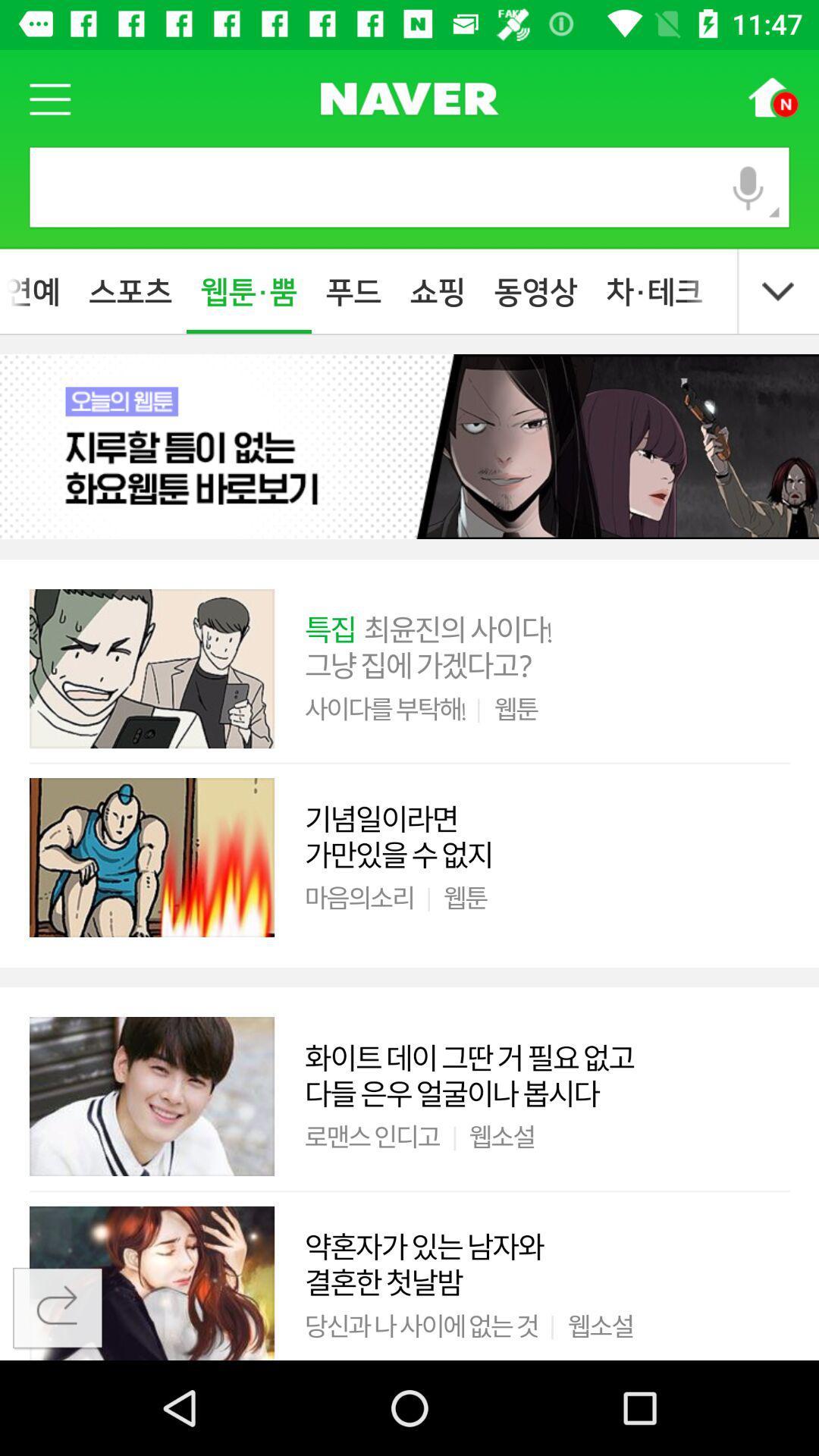  What do you see at coordinates (57, 1308) in the screenshot?
I see `the redo icon` at bounding box center [57, 1308].